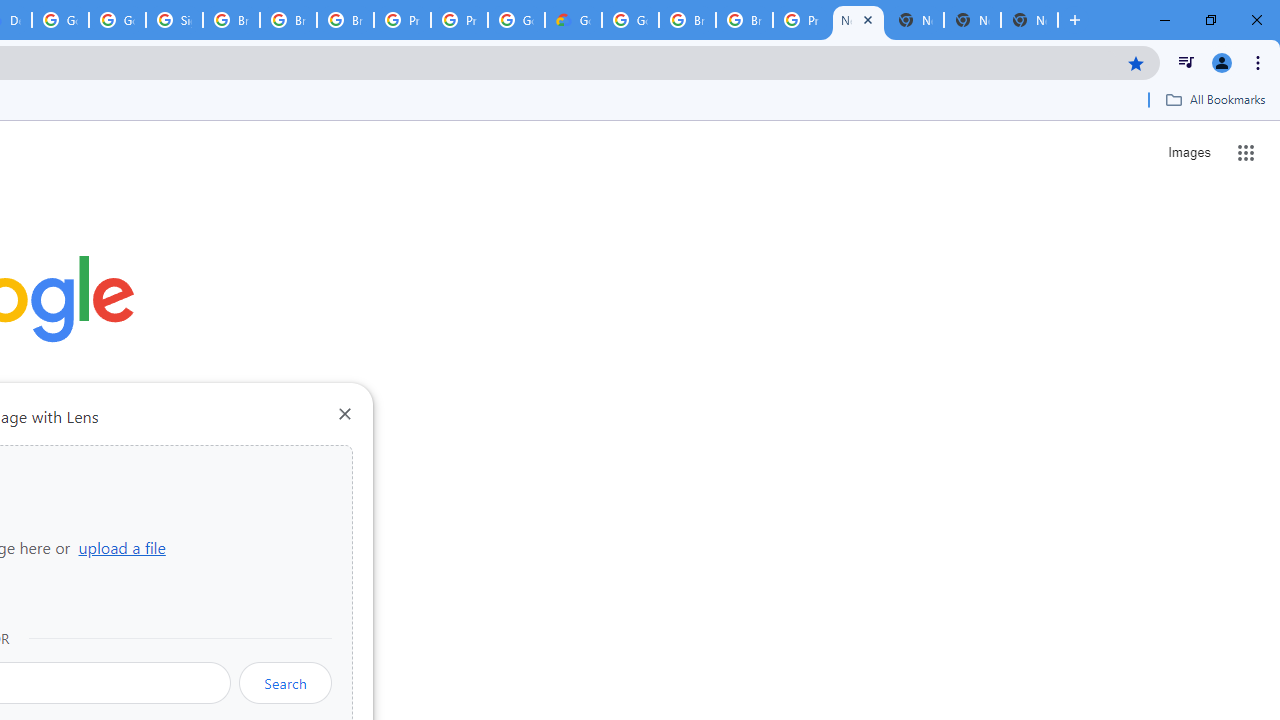 The height and width of the screenshot is (720, 1280). I want to click on 'New Tab', so click(858, 20).